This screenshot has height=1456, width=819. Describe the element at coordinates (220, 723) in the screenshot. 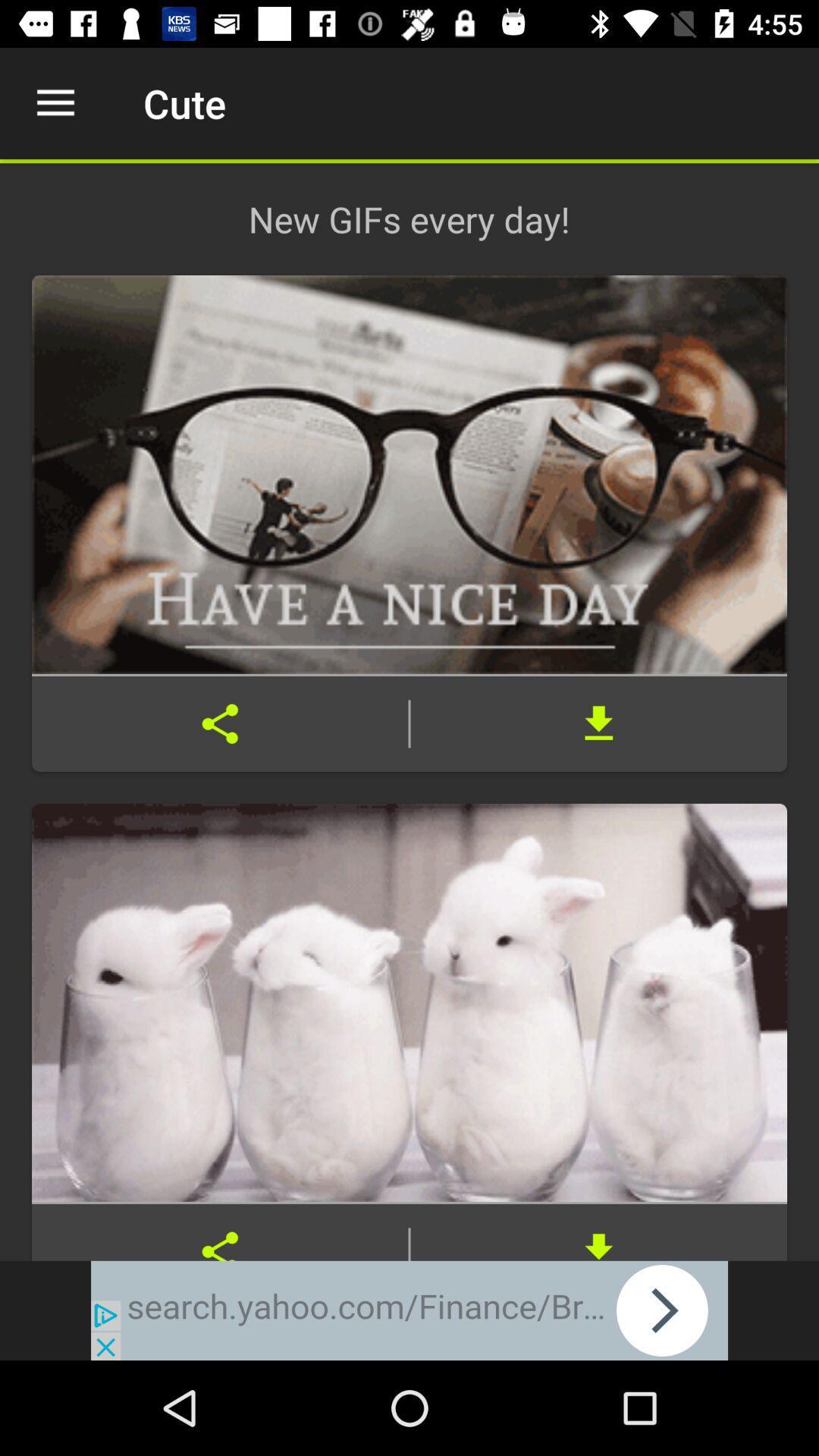

I see `share the article` at that location.